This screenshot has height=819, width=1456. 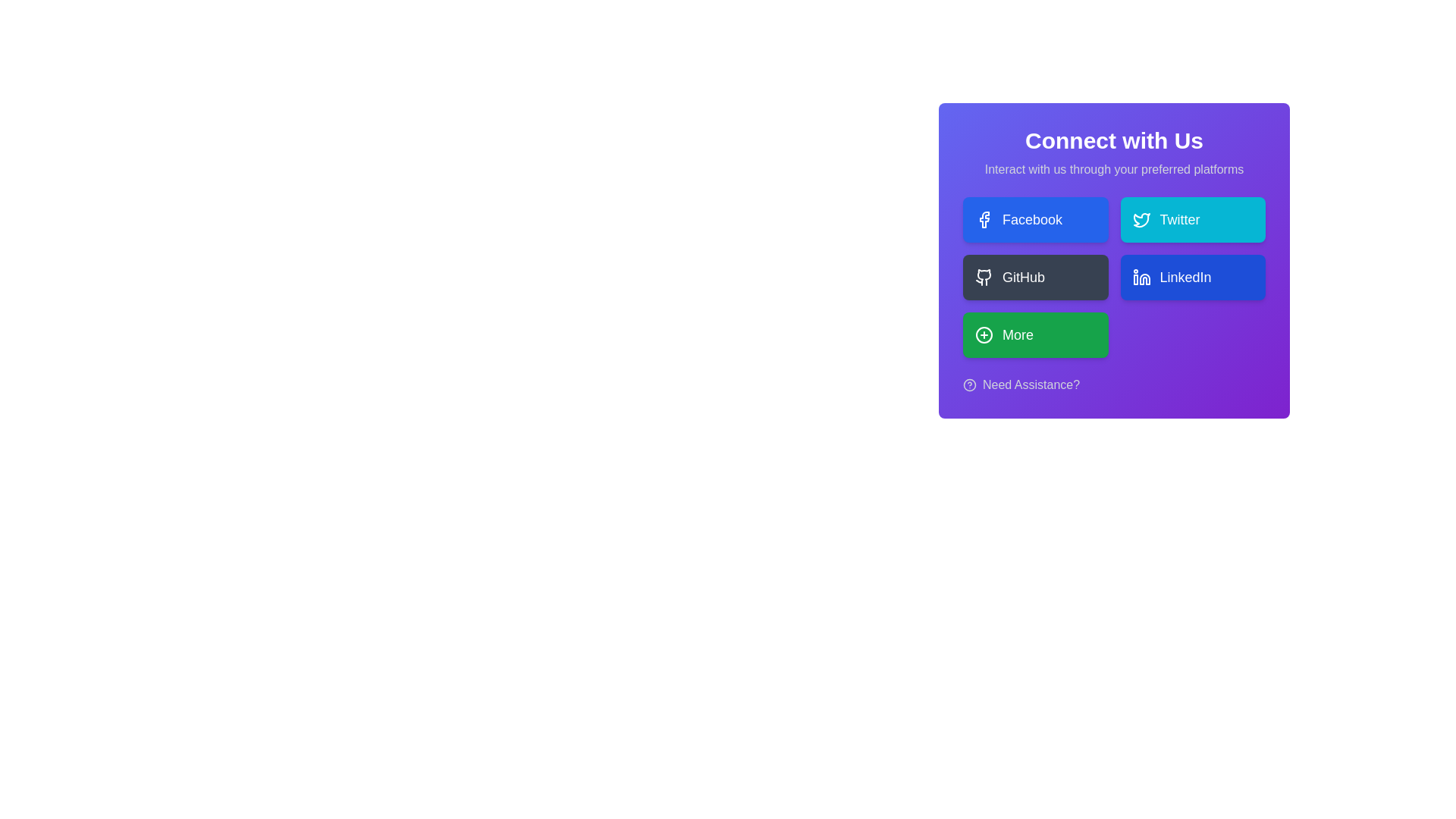 What do you see at coordinates (968, 384) in the screenshot?
I see `the assistance icon located to the left of the 'Need Assistance?' text` at bounding box center [968, 384].